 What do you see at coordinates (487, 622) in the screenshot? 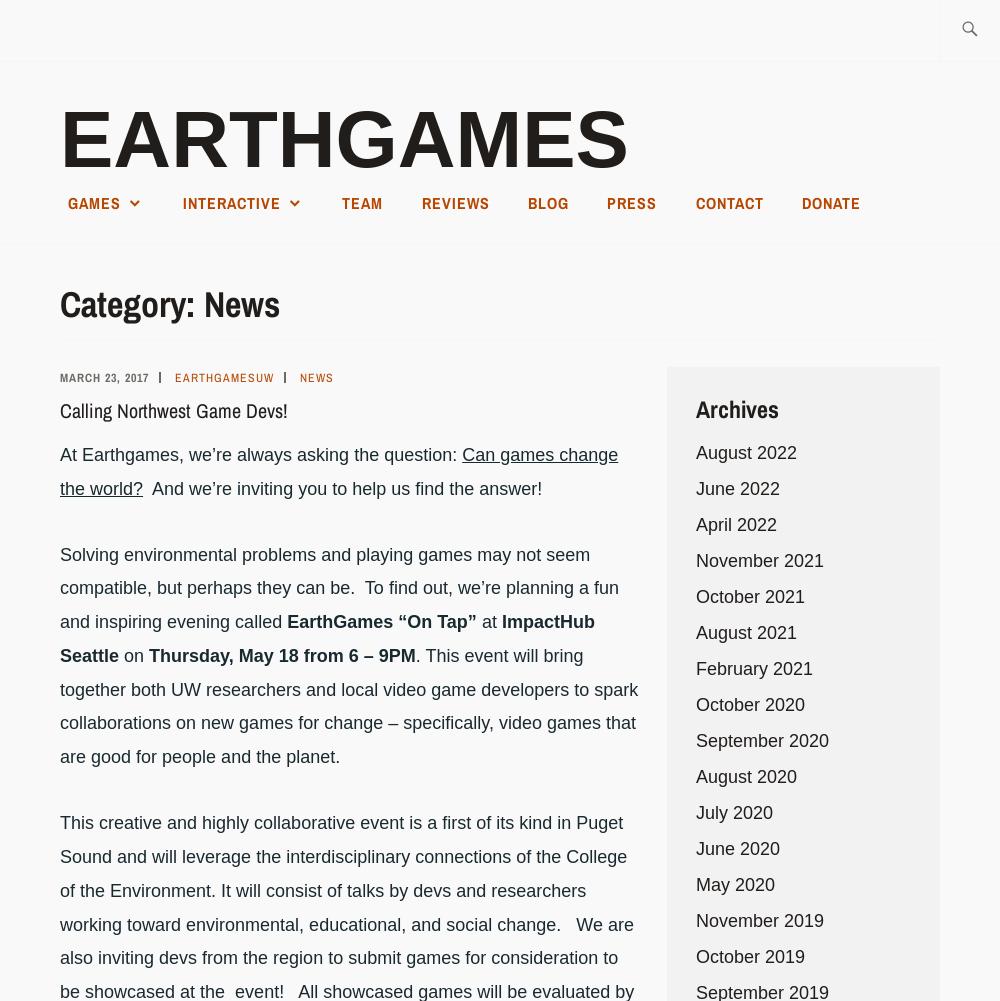
I see `'at'` at bounding box center [487, 622].